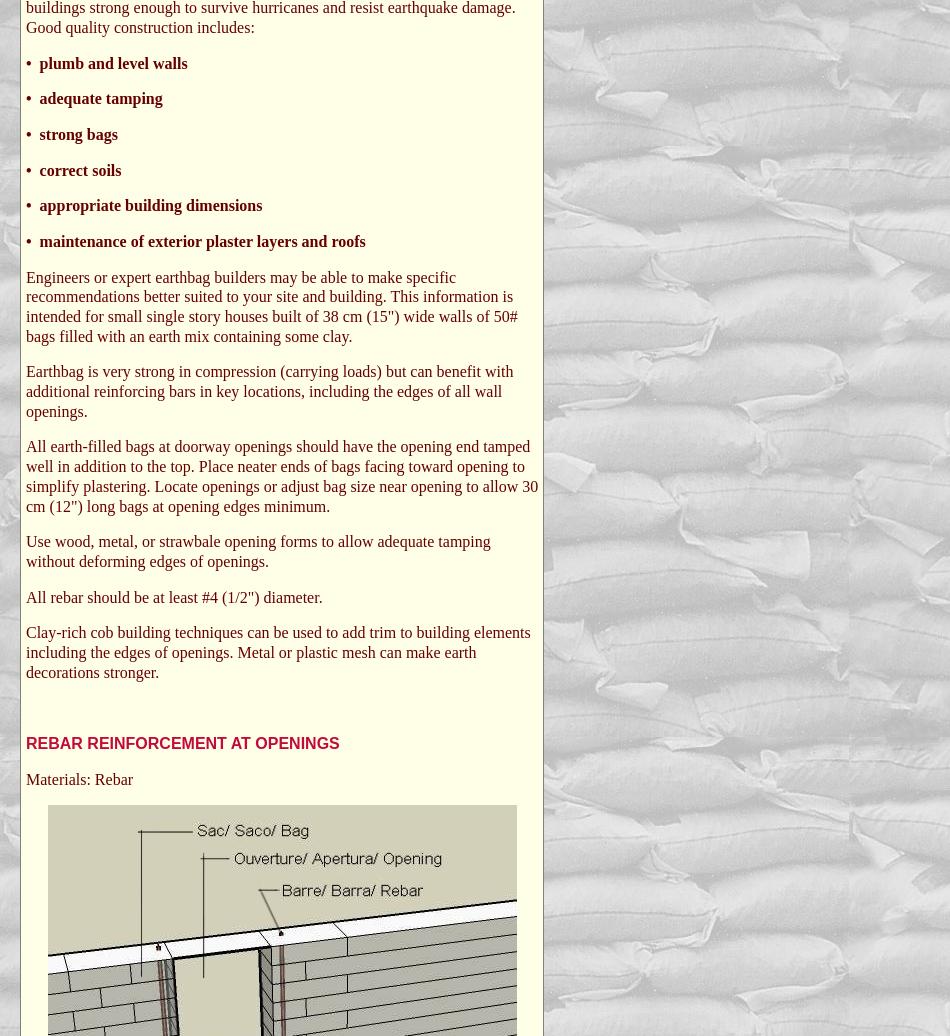  What do you see at coordinates (182, 743) in the screenshot?
I see `'REBAR REINFORCEMENT AT OPENINGS'` at bounding box center [182, 743].